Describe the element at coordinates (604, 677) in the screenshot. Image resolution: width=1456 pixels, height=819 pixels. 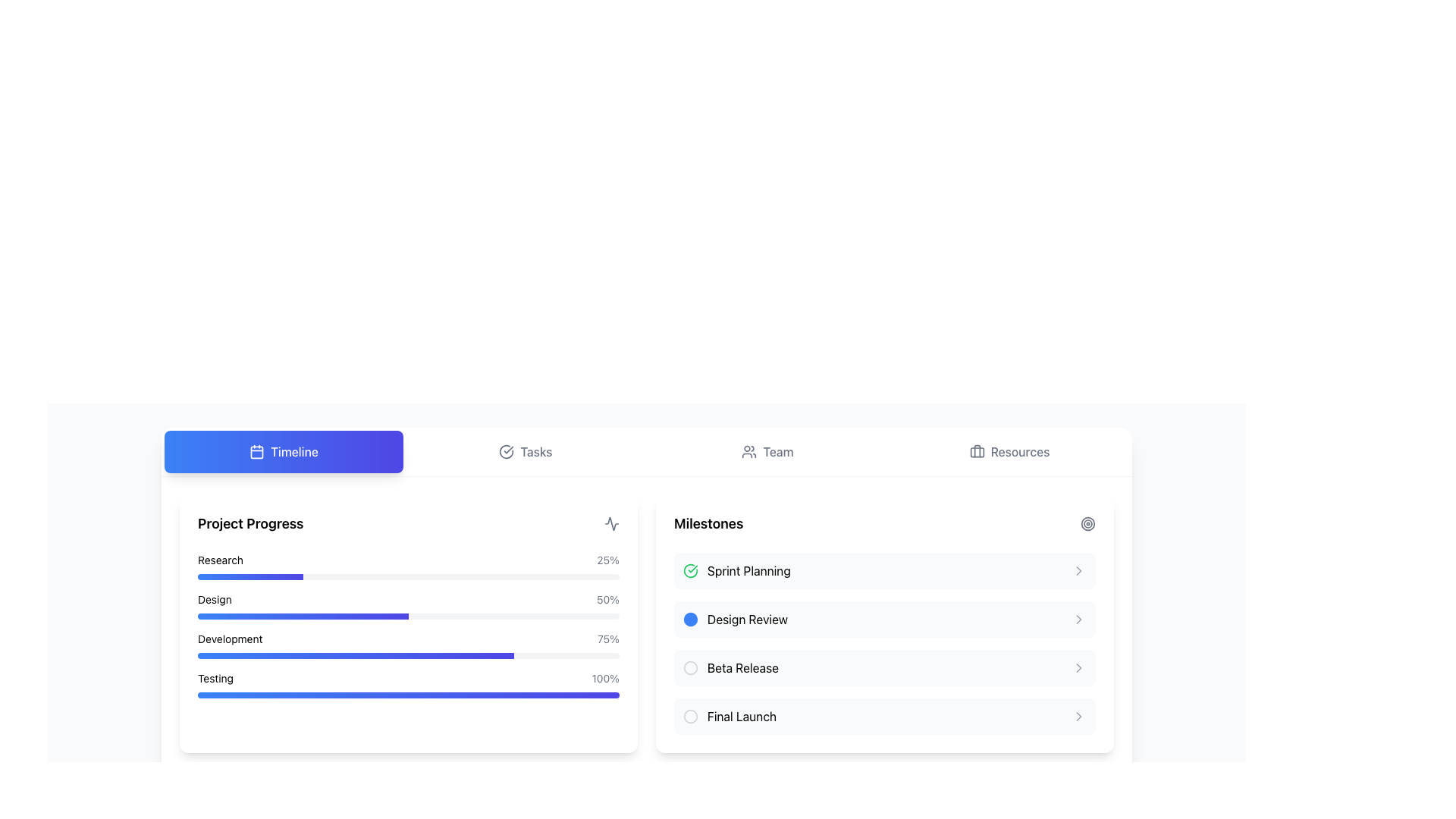
I see `the Text label that indicates the percent completion of the 'Testing' task, located at the bottom-right corner of the 'Project Progress' section` at that location.